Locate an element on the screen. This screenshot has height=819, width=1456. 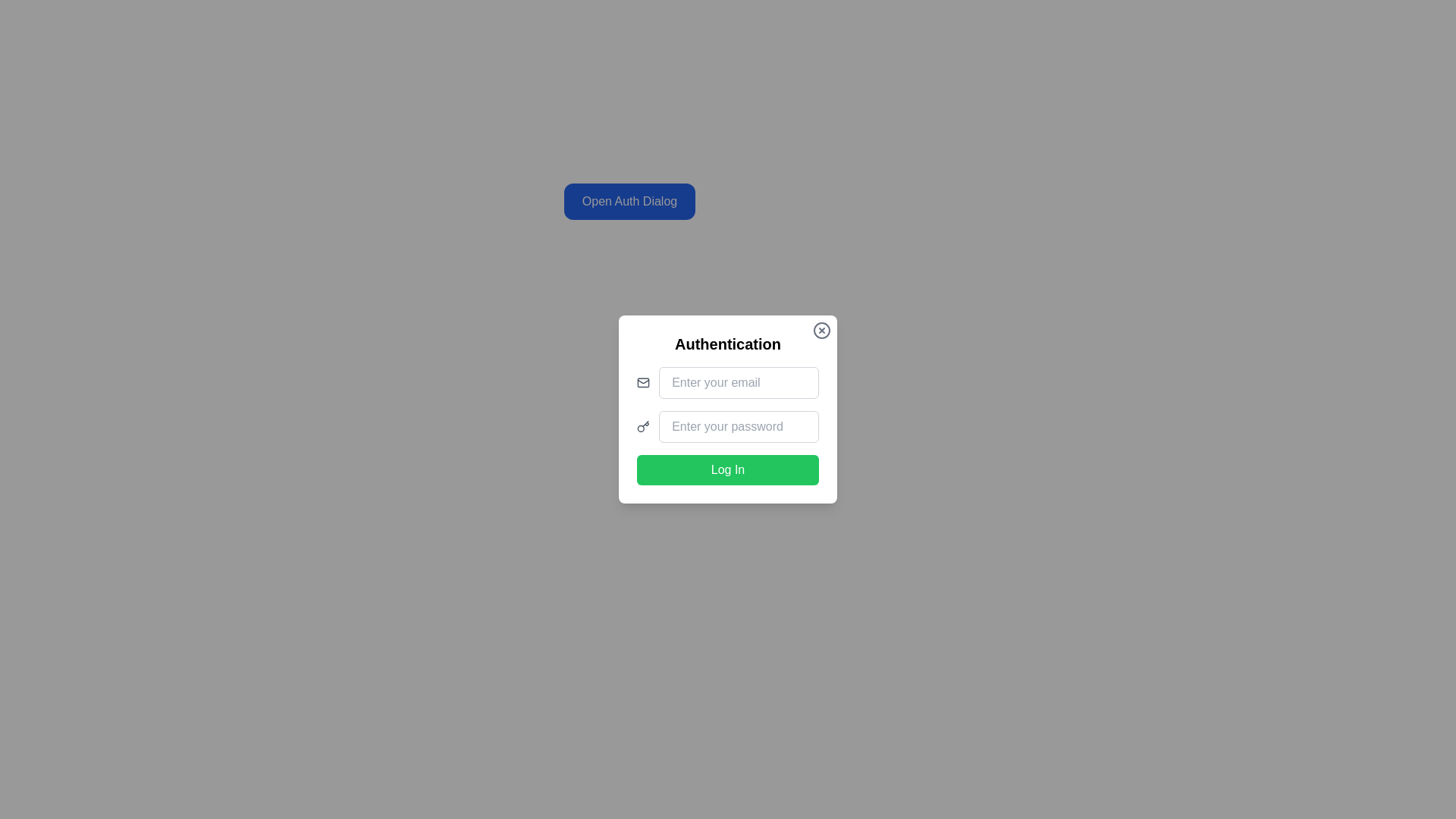
the close button located at the top-right corner of the 'Authentication' dialog box is located at coordinates (821, 329).